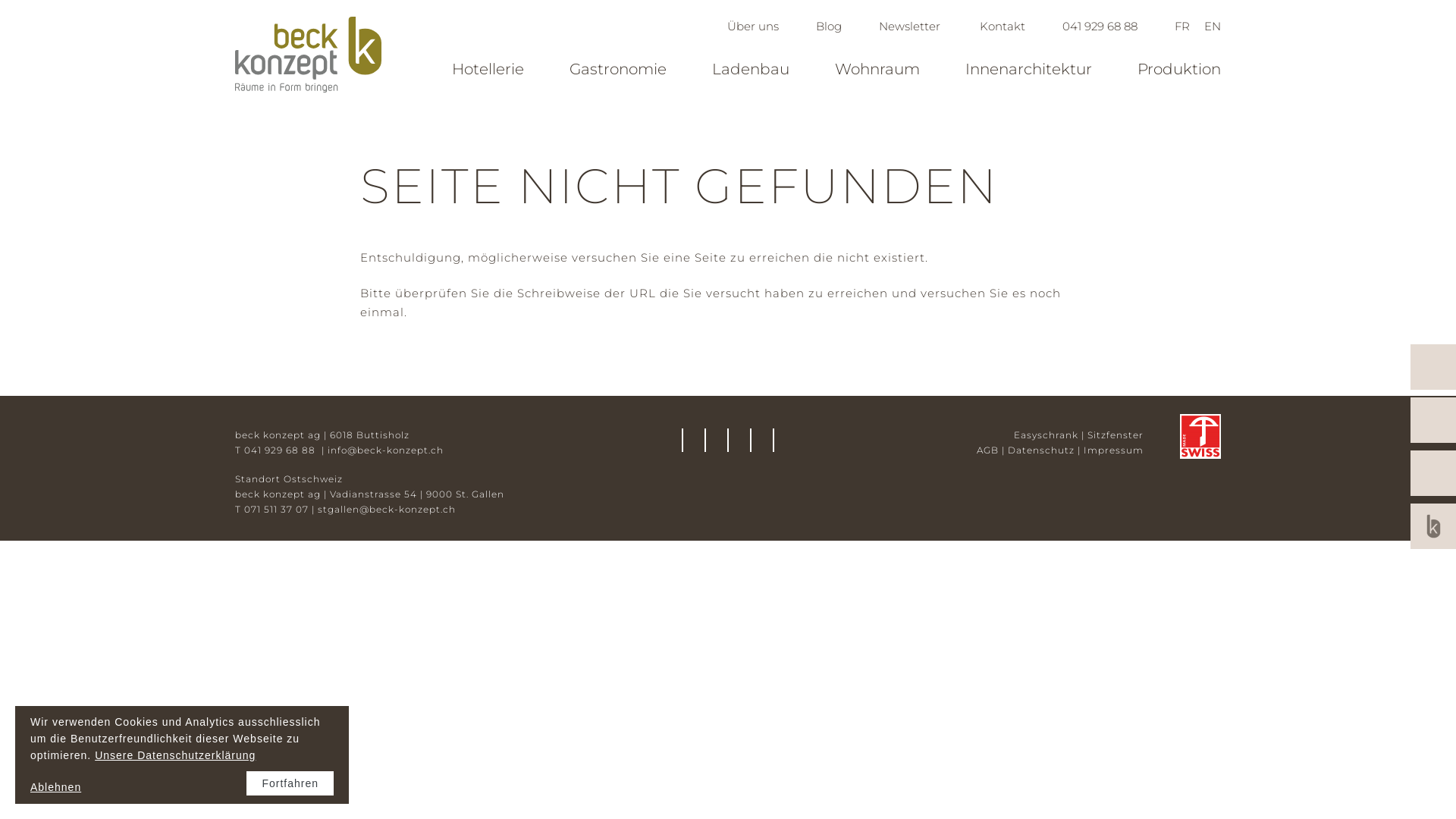  Describe the element at coordinates (618, 69) in the screenshot. I see `'Gastronomie'` at that location.